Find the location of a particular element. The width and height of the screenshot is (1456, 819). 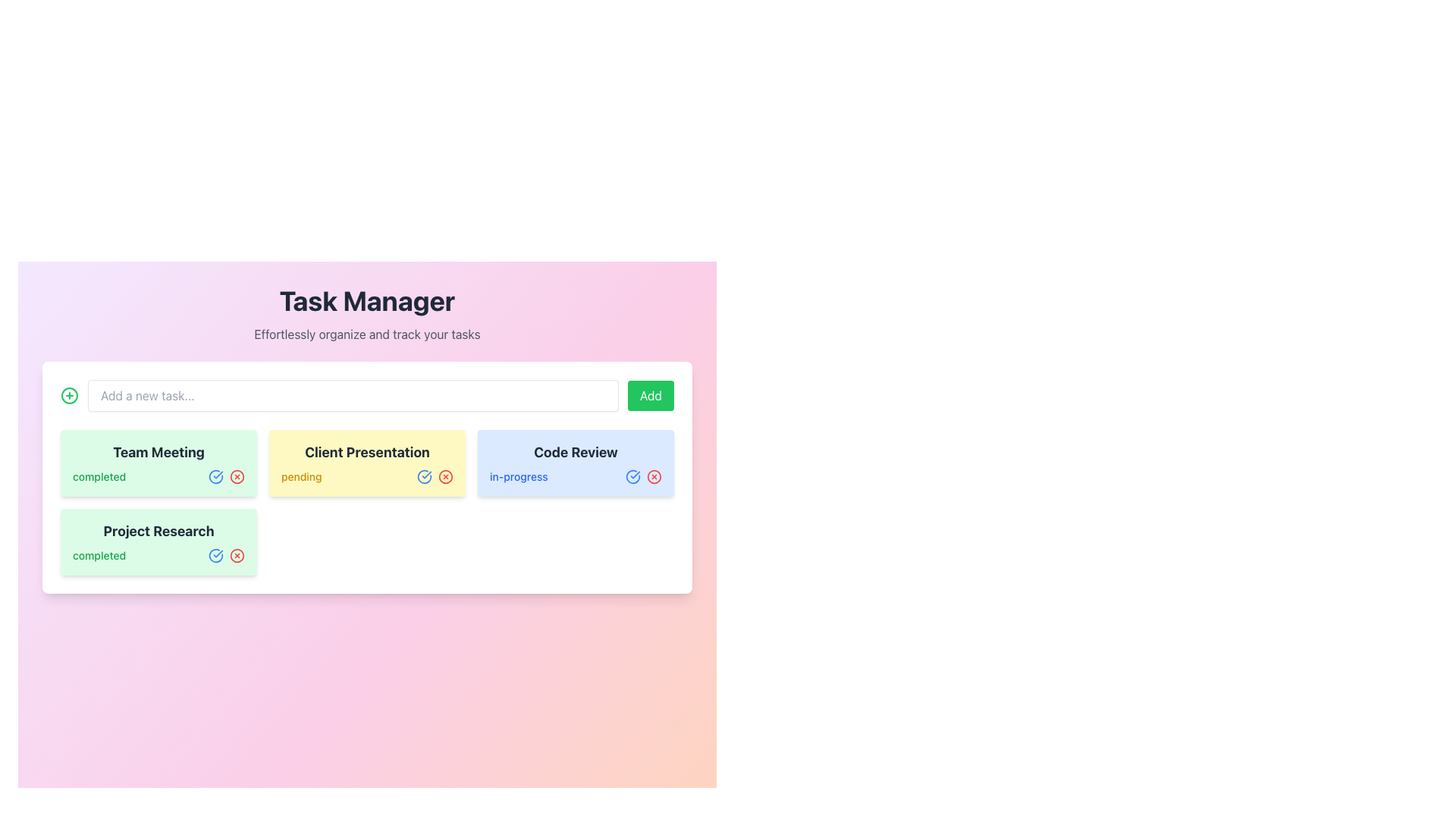

the text label that displays the content 'Effortlessly organize and track your tasks', which is styled in light gray and is located centrally below the 'Task Manager' heading is located at coordinates (367, 333).